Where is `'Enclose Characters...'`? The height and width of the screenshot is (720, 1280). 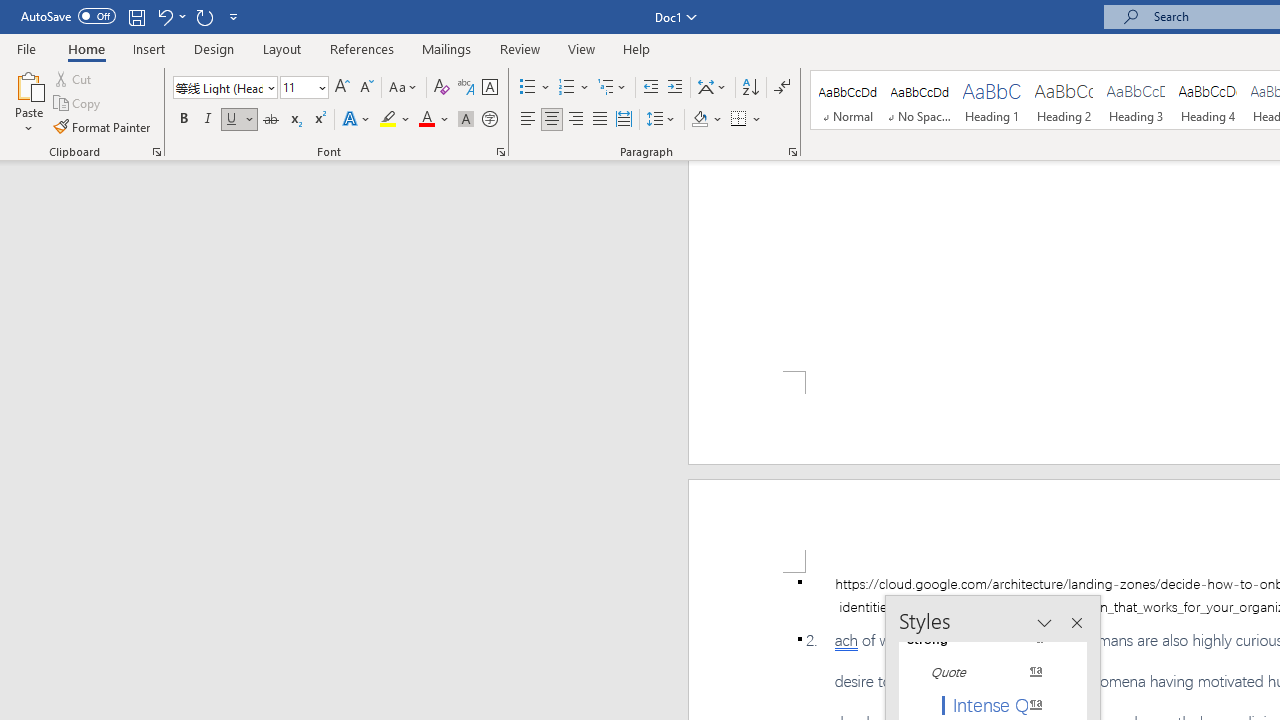
'Enclose Characters...' is located at coordinates (489, 119).